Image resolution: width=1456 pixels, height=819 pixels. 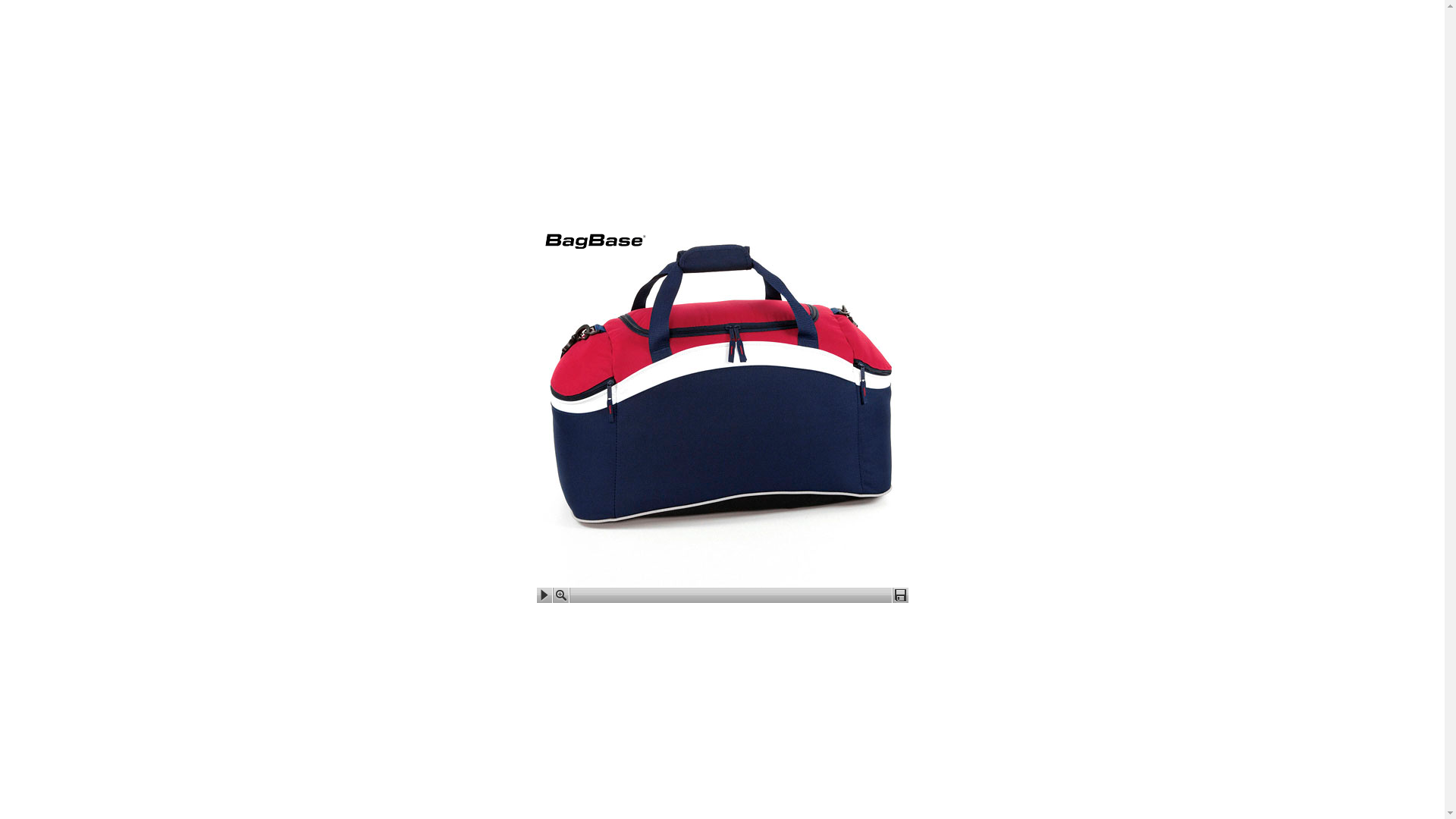 I want to click on 'Download', so click(x=899, y=595).